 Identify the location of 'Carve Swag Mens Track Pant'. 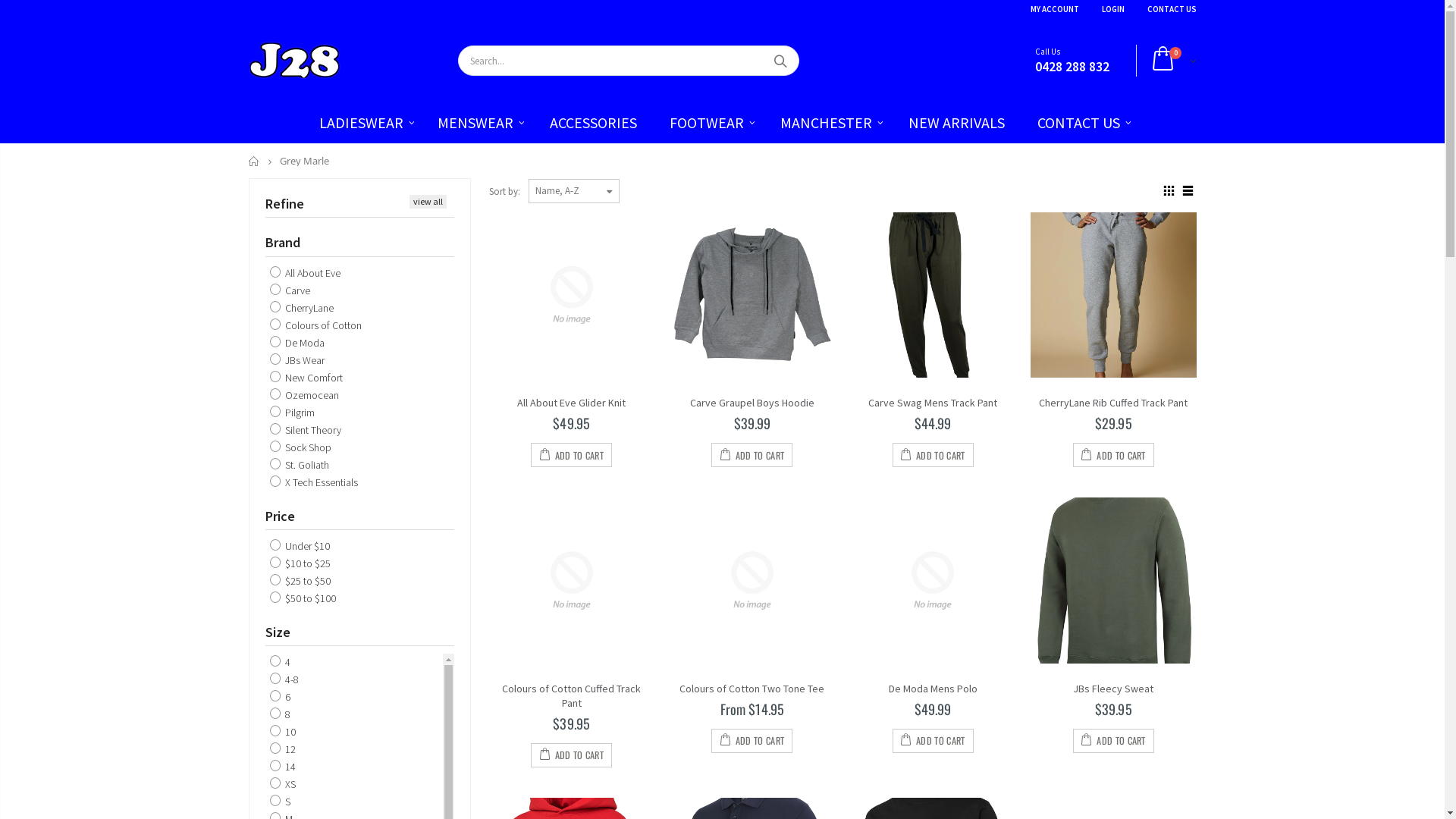
(931, 402).